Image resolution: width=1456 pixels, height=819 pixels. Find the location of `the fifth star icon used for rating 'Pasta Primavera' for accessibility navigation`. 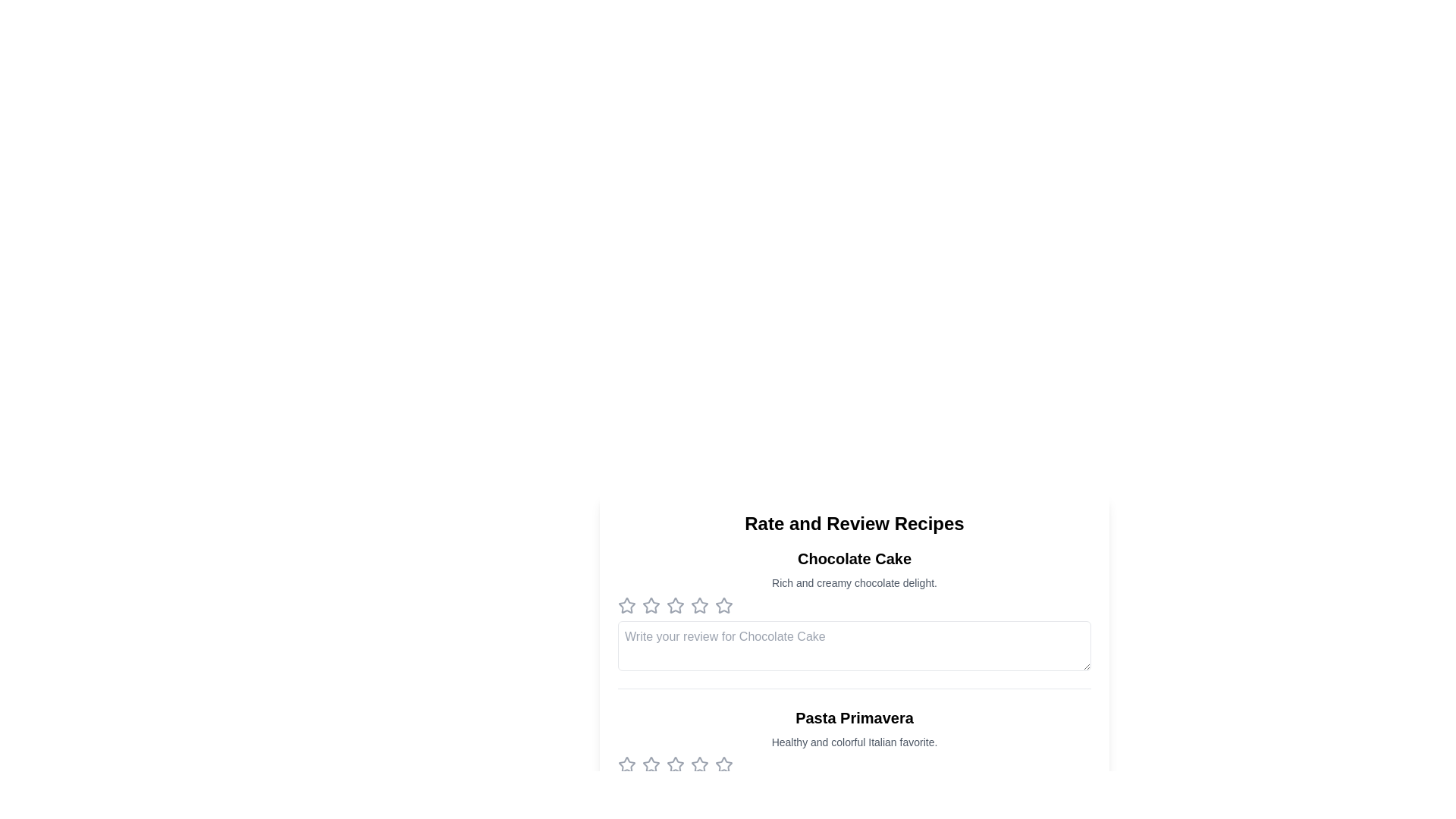

the fifth star icon used for rating 'Pasta Primavera' for accessibility navigation is located at coordinates (723, 765).